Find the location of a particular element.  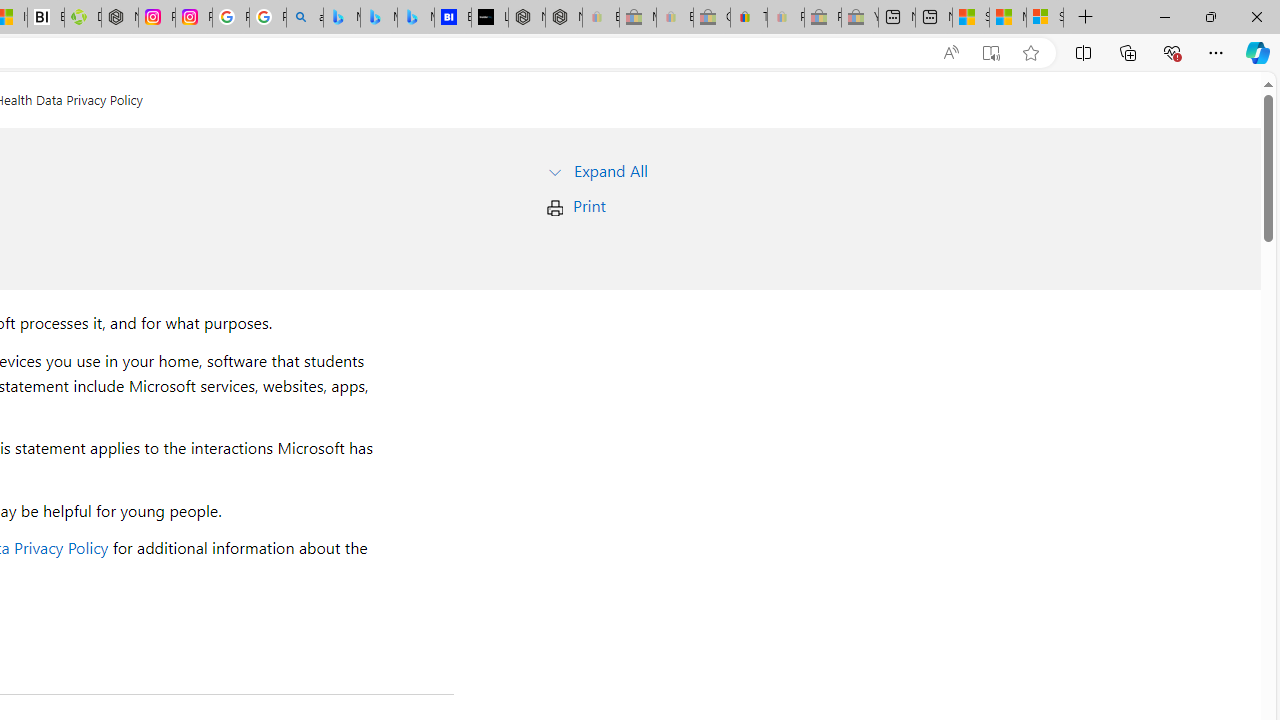

'Microsoft Bing Travel - Shangri-La Hotel Bangkok' is located at coordinates (415, 17).